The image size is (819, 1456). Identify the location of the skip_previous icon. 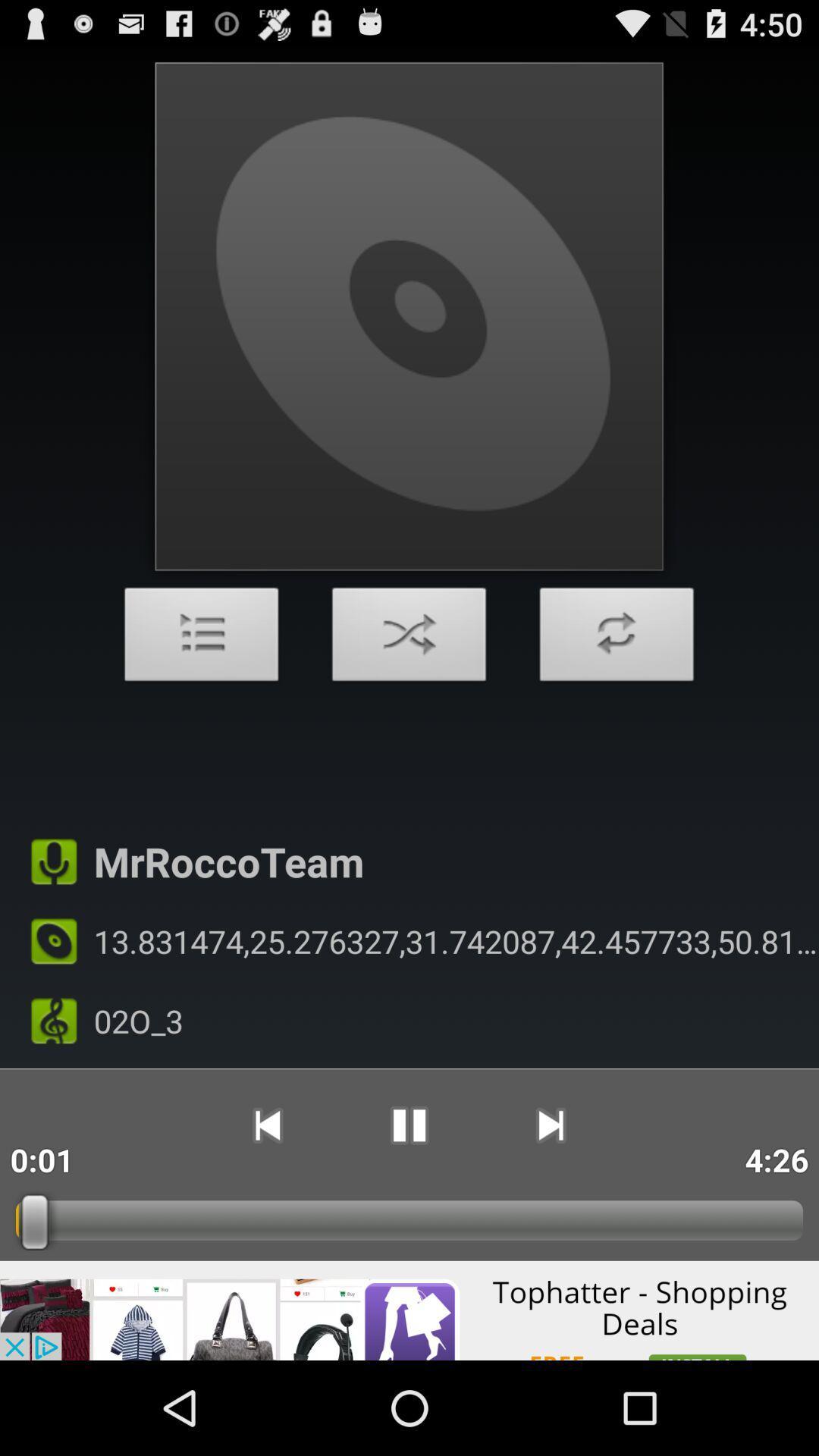
(266, 1203).